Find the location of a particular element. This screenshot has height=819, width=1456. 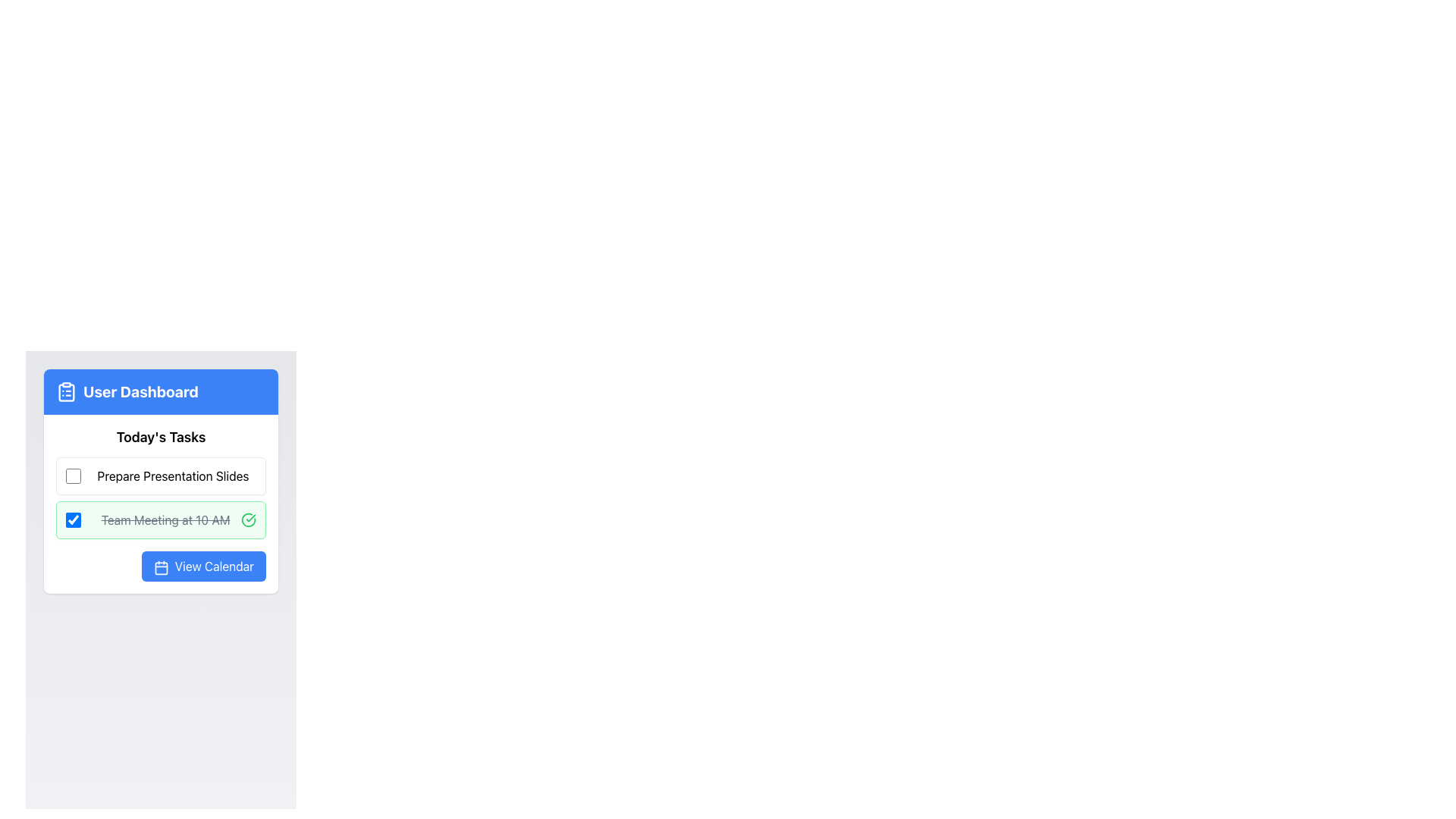

the checkbox labeled 'Prepare Presentation Slides' is located at coordinates (72, 475).